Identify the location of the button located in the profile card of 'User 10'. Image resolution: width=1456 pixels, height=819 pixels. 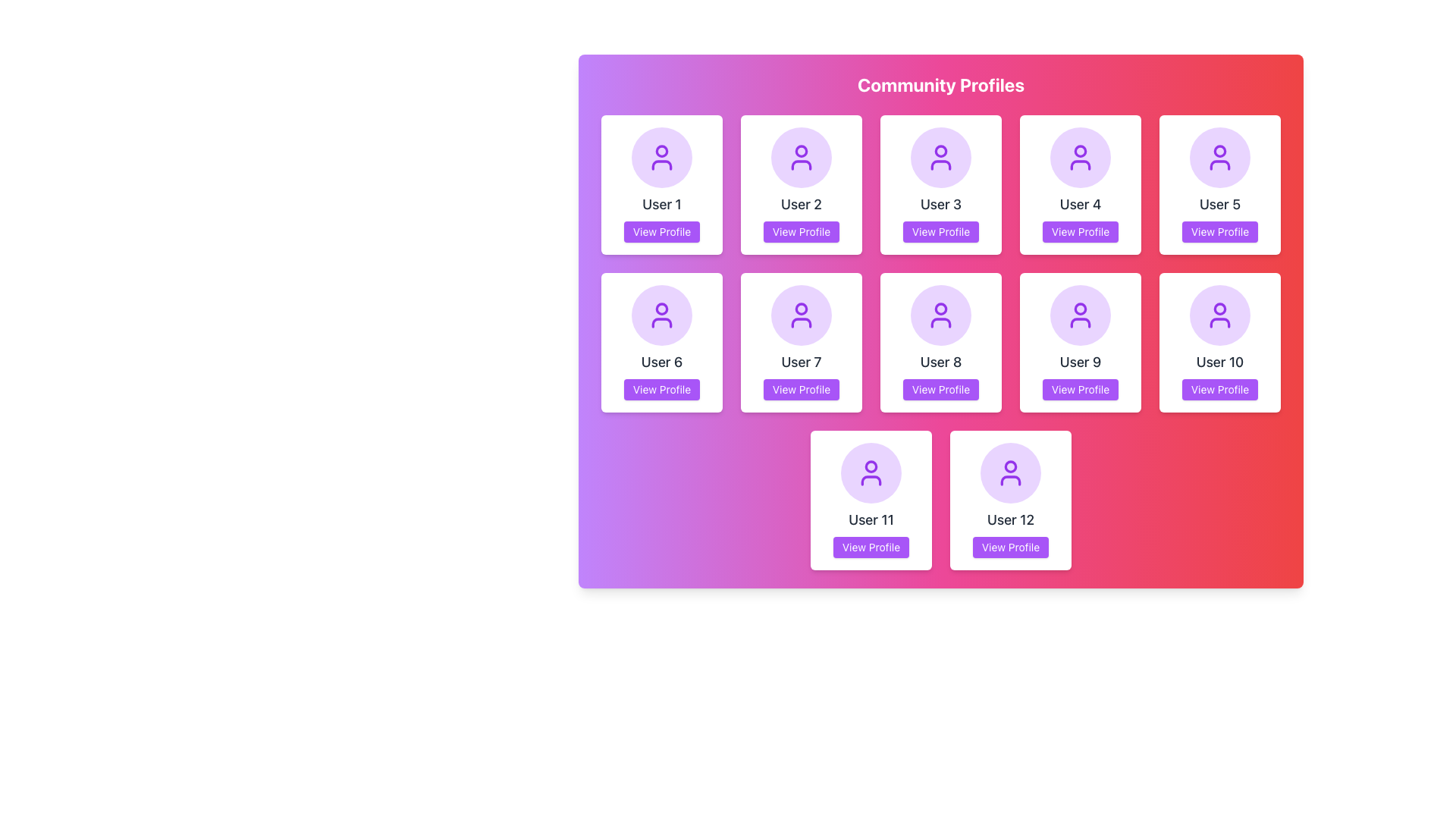
(1219, 388).